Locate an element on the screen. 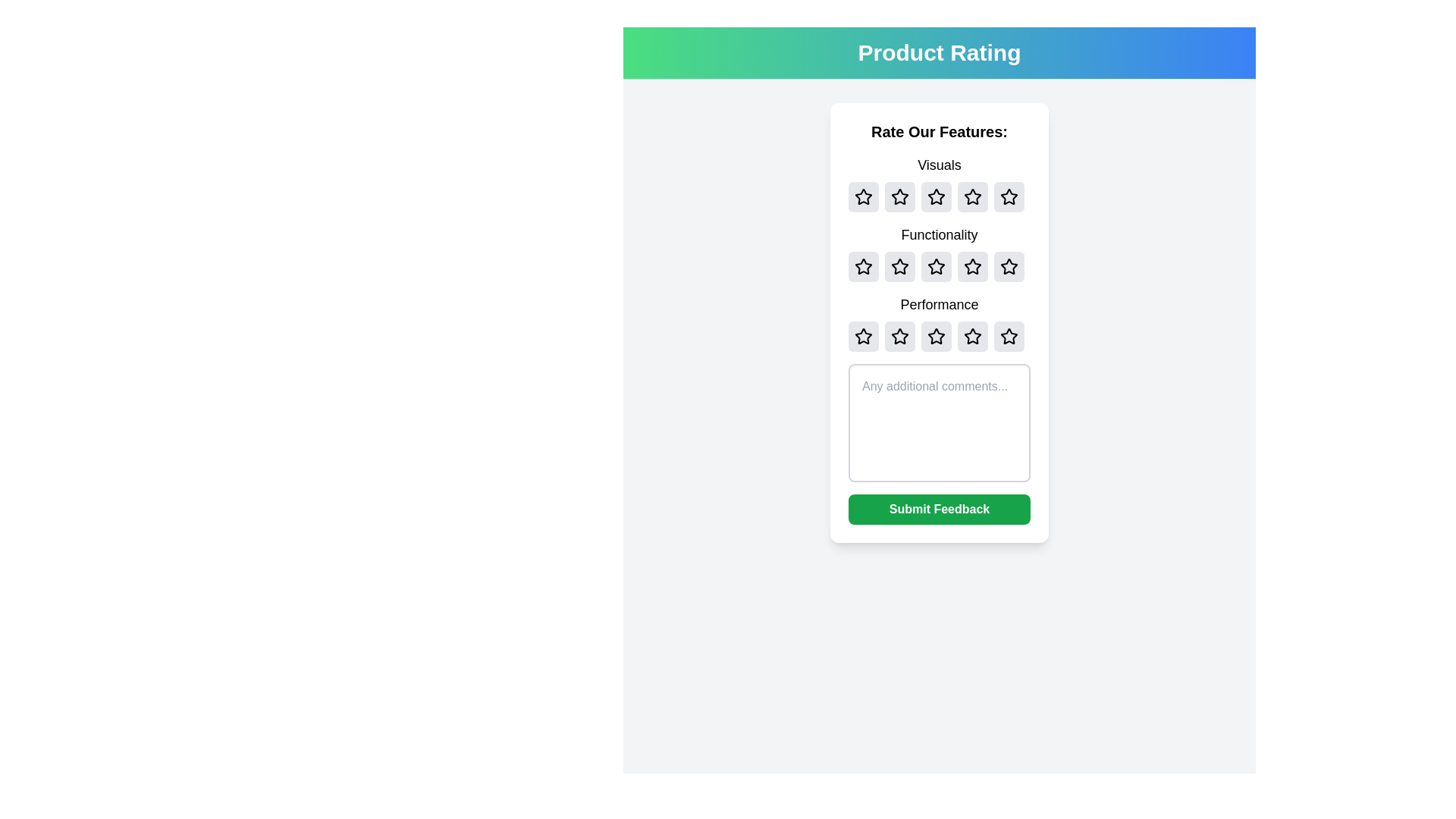 The image size is (1456, 819). the Rating star button located in the second row, third column of the grid under 'Functionality' is located at coordinates (935, 265).